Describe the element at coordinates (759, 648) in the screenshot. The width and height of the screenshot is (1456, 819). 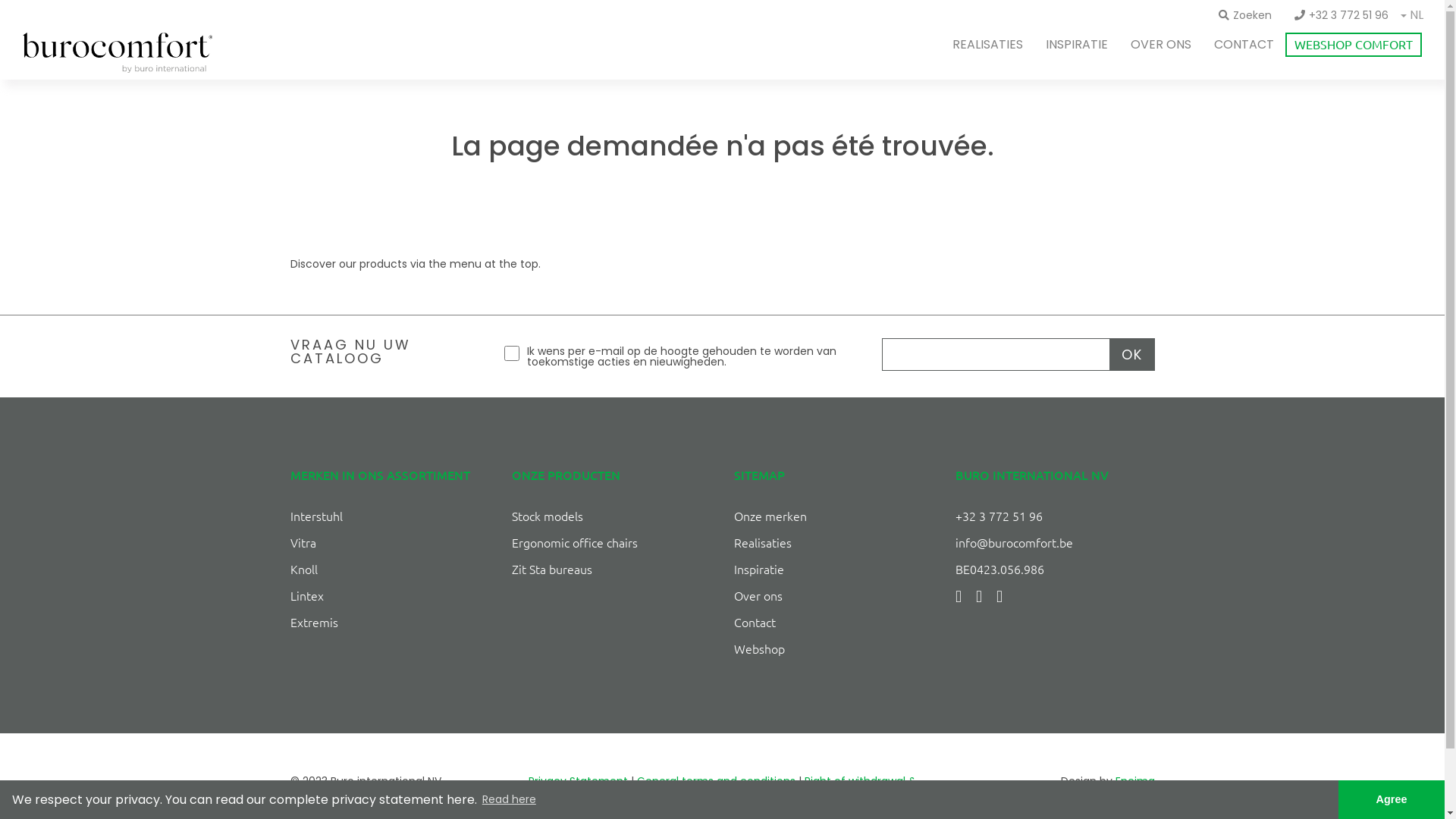
I see `'Webshop'` at that location.